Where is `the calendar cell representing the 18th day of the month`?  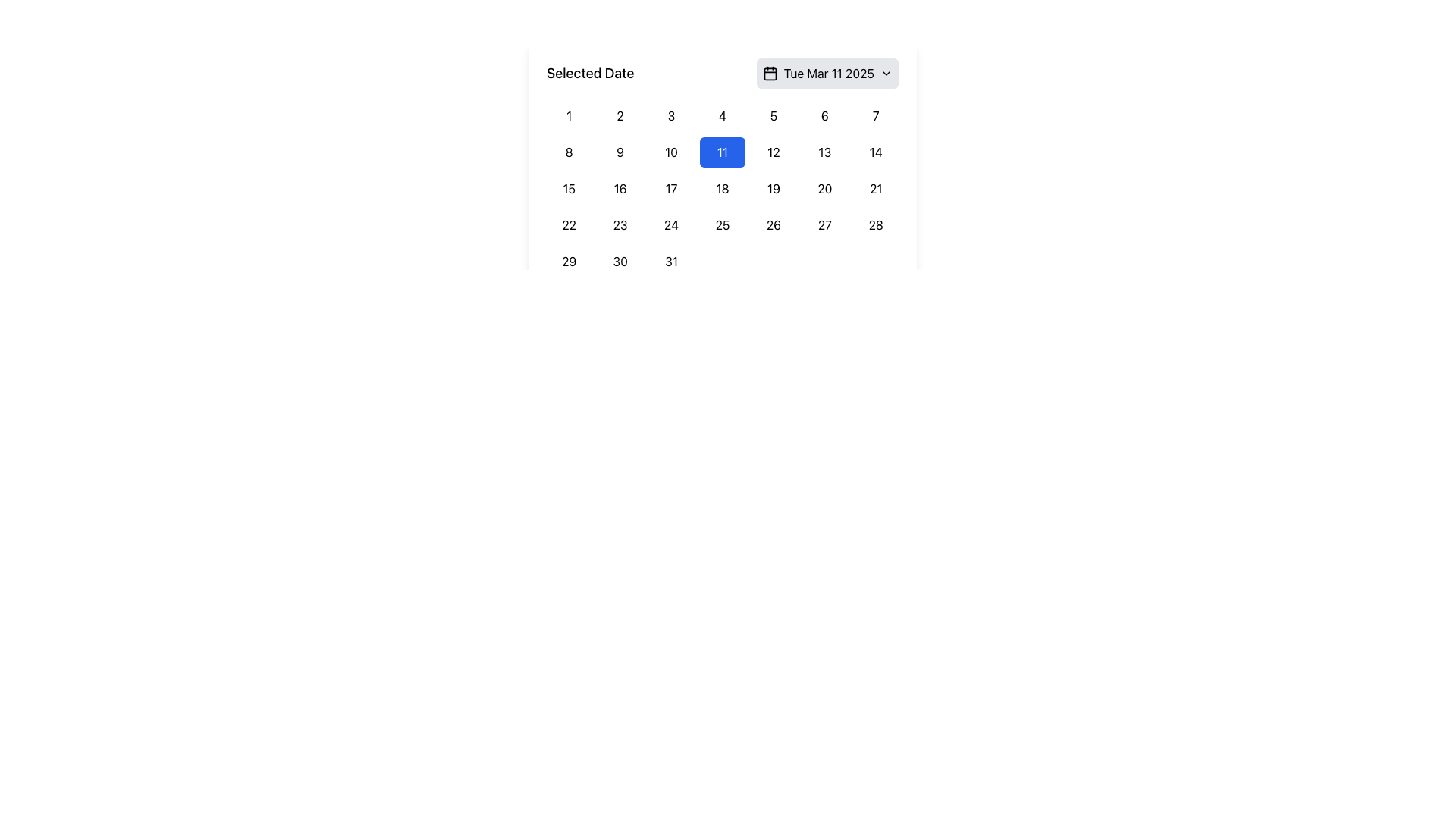
the calendar cell representing the 18th day of the month is located at coordinates (722, 188).